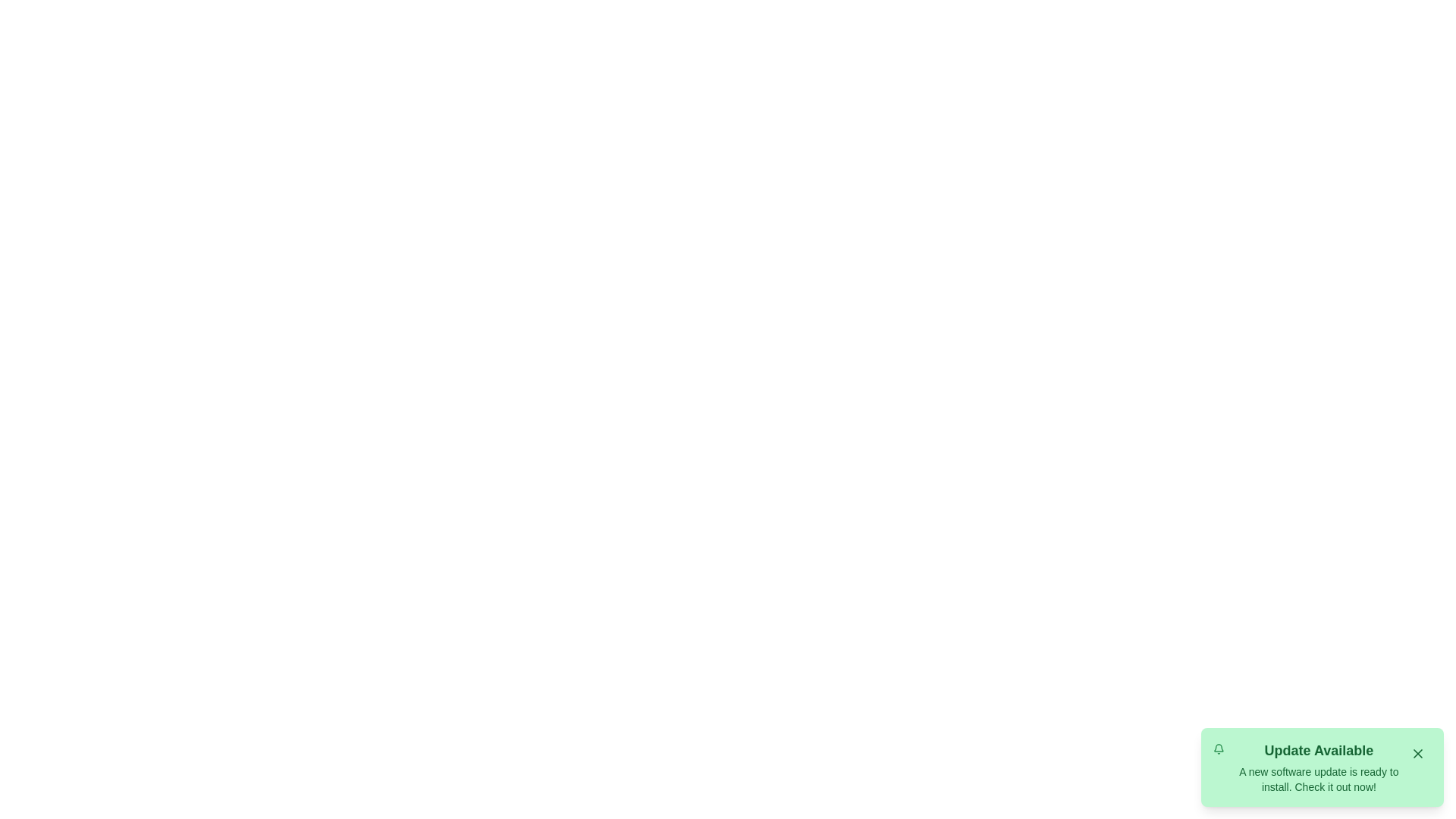  What do you see at coordinates (1318, 767) in the screenshot?
I see `the text label that displays 'Update Available' and its description about the software update` at bounding box center [1318, 767].